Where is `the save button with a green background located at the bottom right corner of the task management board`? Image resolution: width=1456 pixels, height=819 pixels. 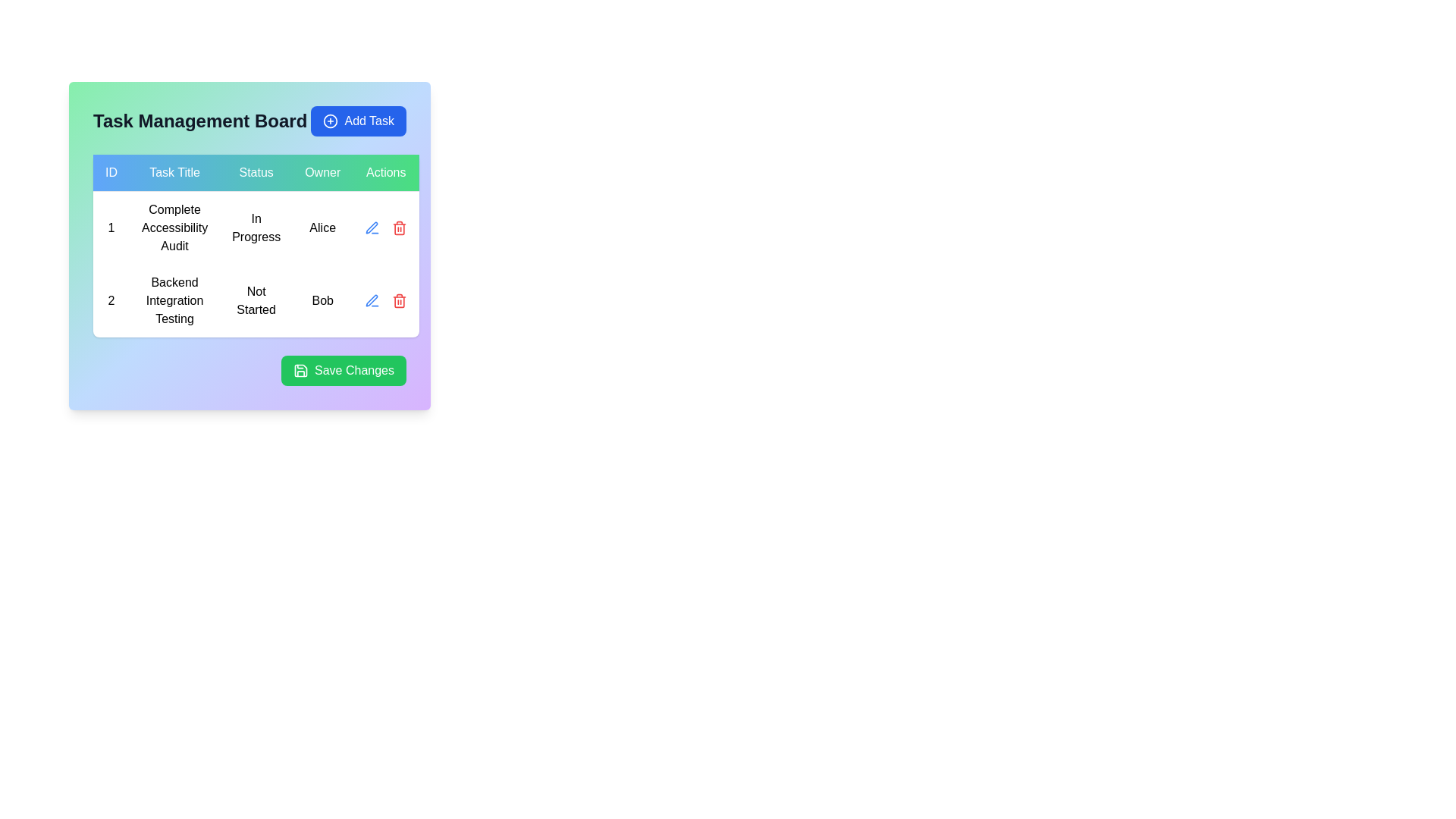 the save button with a green background located at the bottom right corner of the task management board is located at coordinates (249, 371).